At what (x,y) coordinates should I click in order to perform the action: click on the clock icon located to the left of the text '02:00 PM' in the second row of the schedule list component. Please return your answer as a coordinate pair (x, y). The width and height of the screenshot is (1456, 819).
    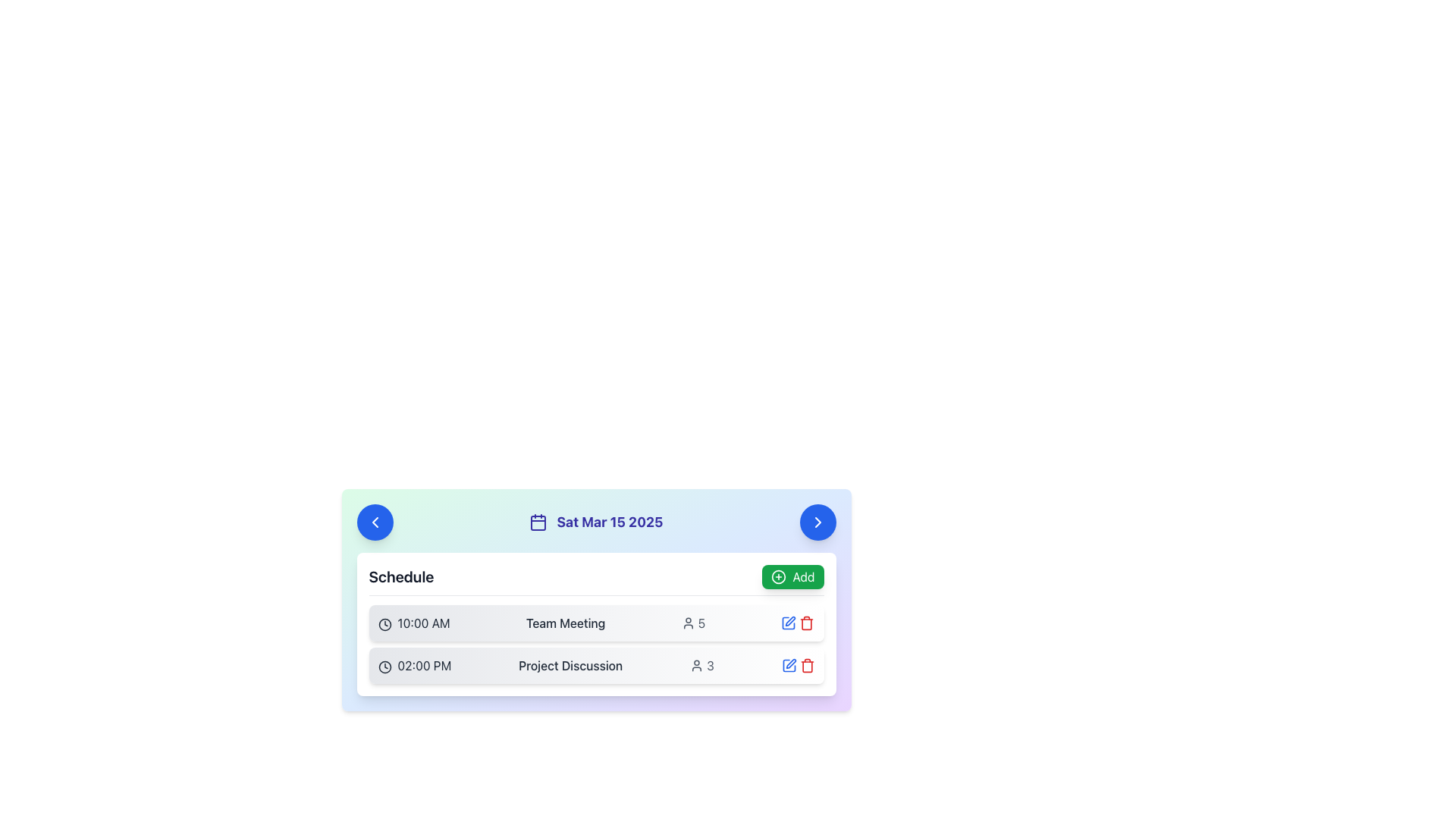
    Looking at the image, I should click on (384, 666).